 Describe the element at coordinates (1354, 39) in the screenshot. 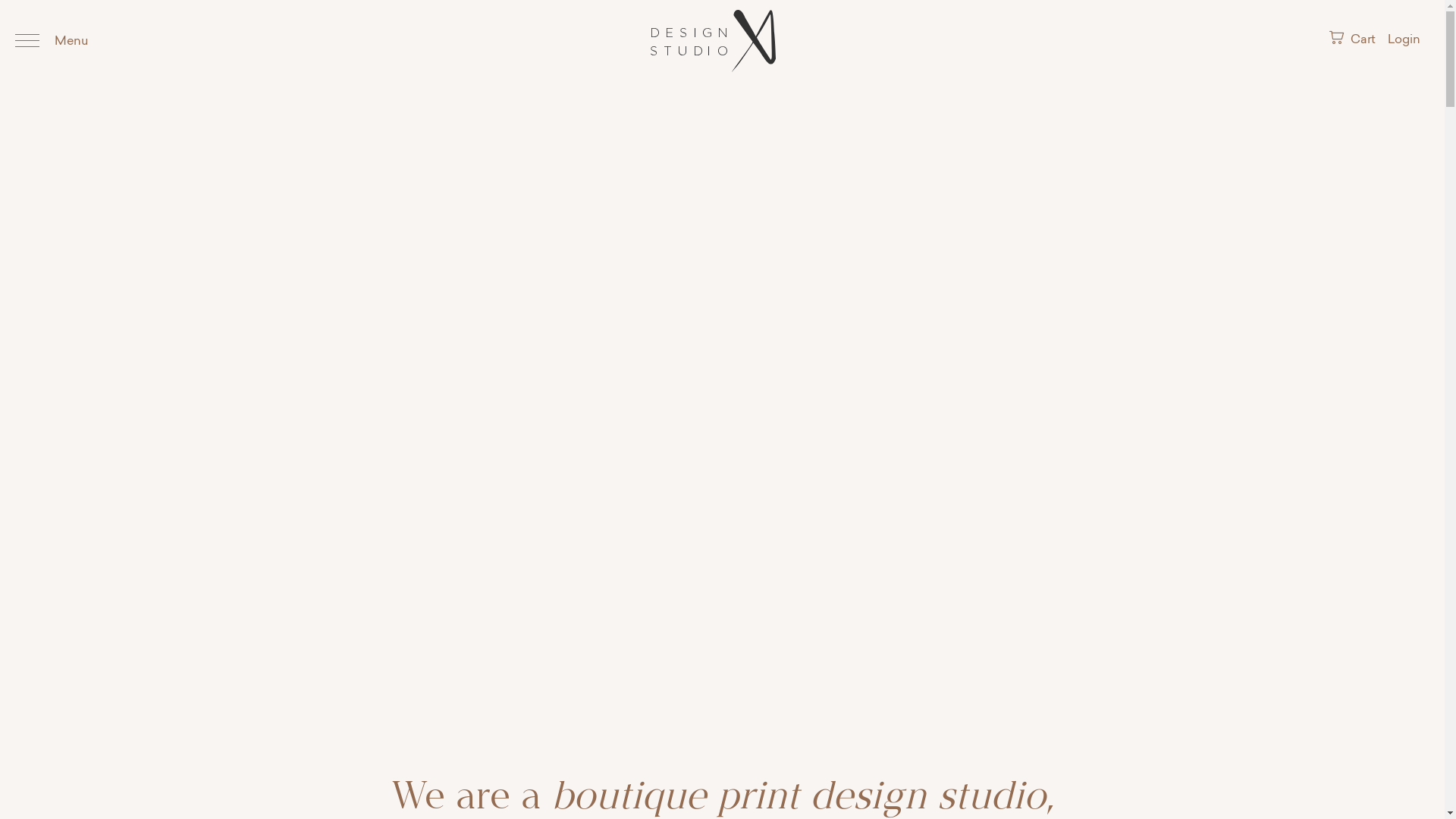

I see `'Cart'` at that location.